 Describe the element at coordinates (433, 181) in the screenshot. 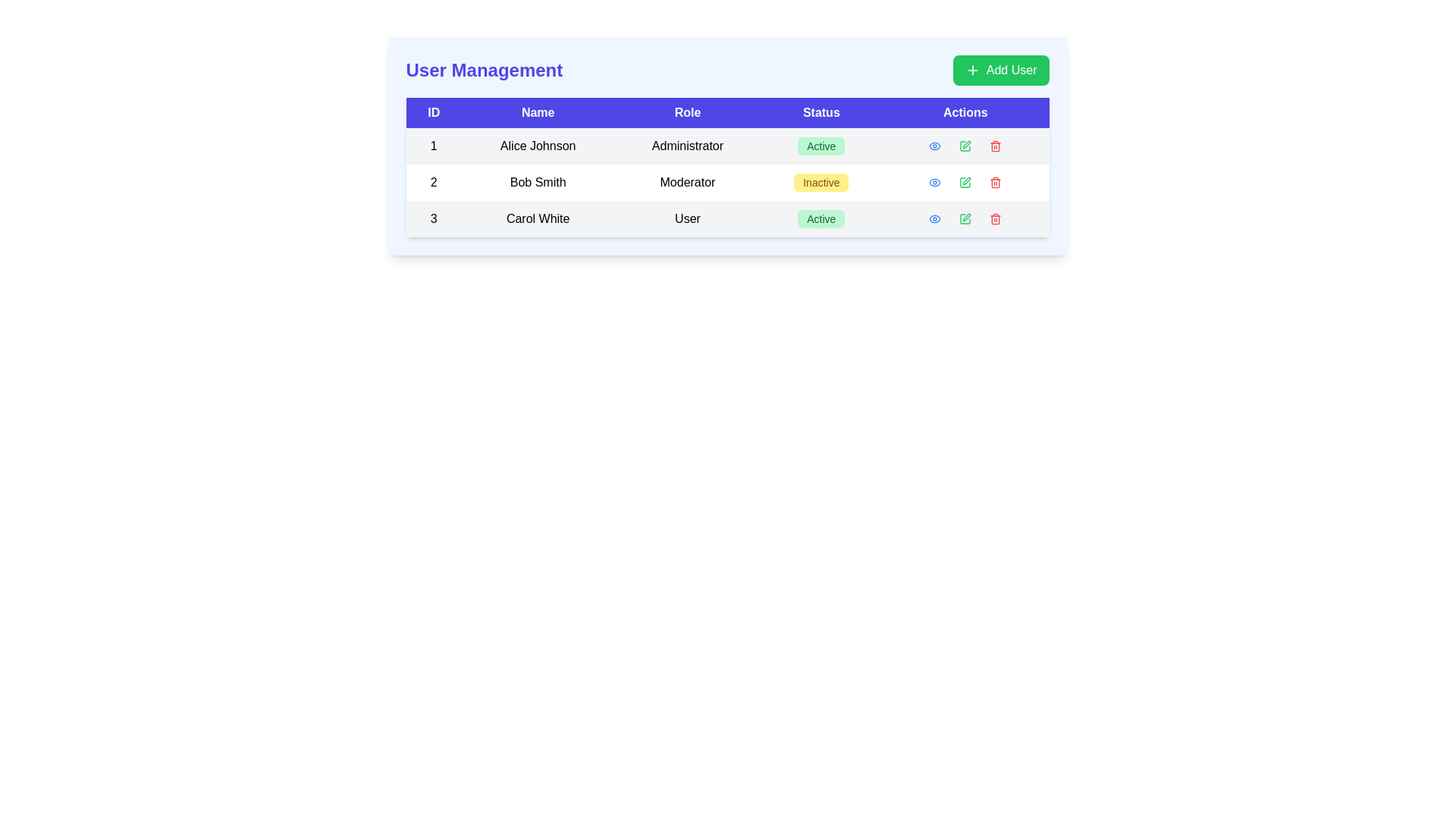

I see `the text display showing the number '2' in the second row of the table under the 'ID' column, corresponding to user 'Bob Smith'` at that location.